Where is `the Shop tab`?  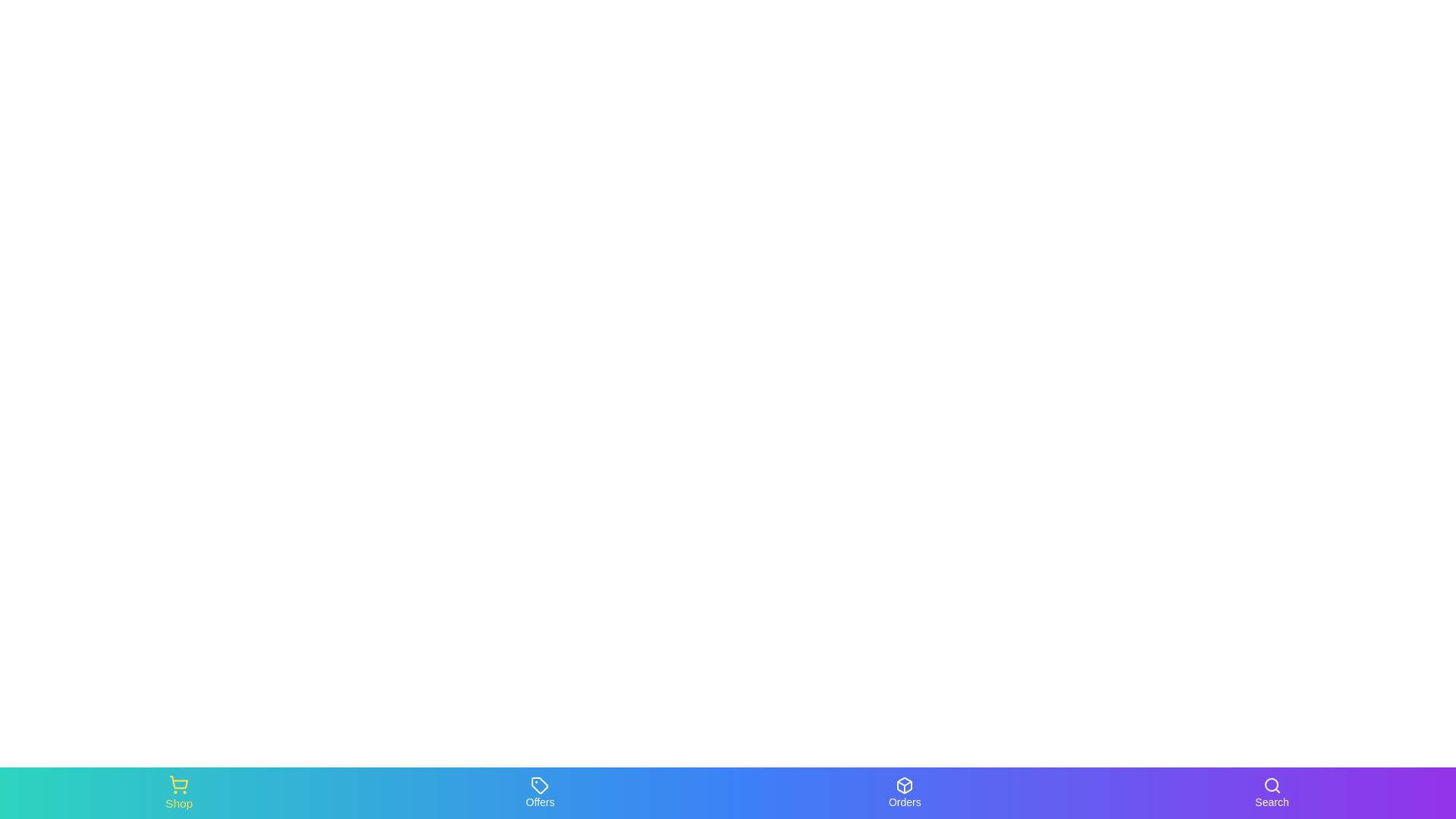 the Shop tab is located at coordinates (178, 792).